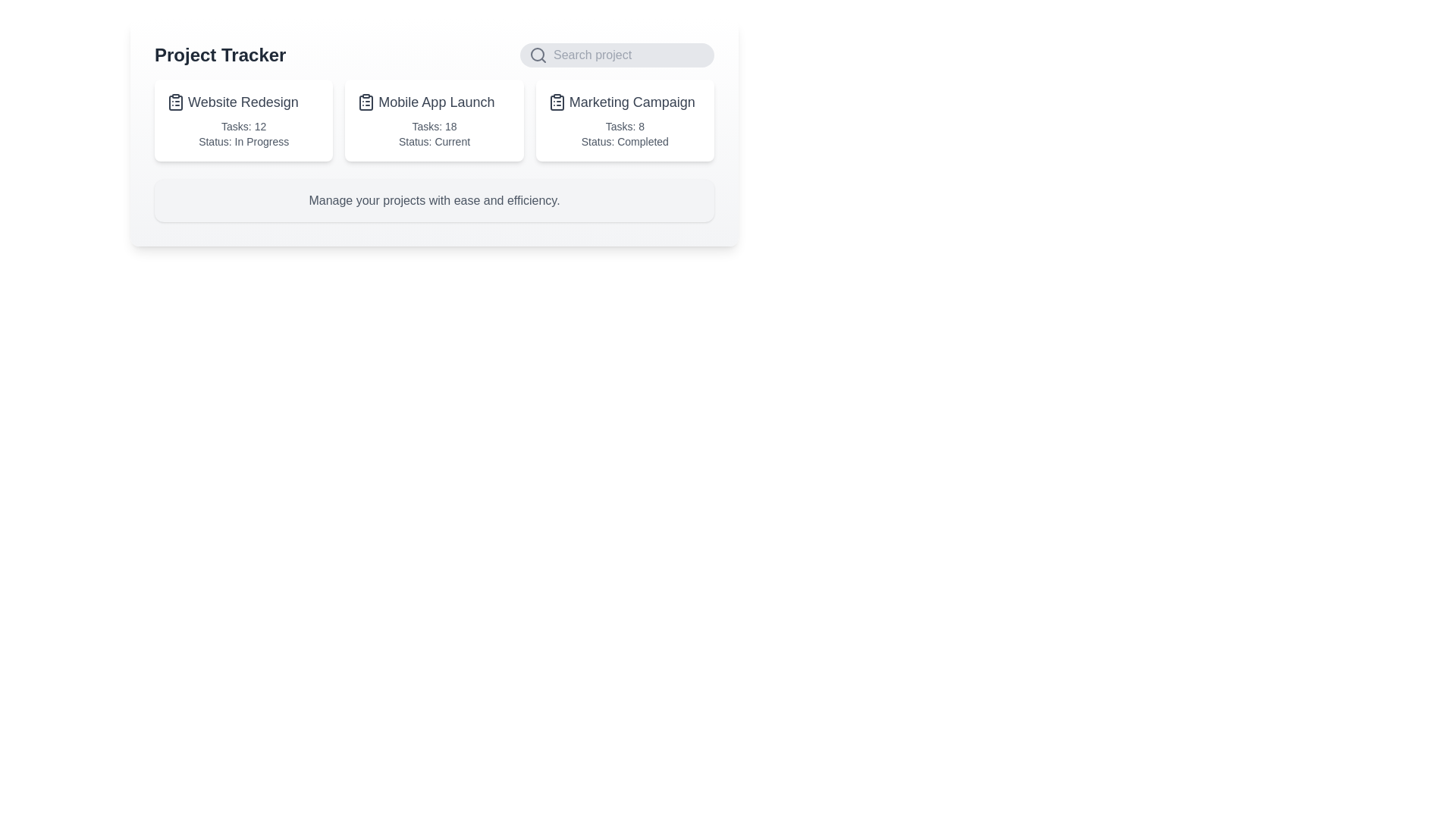 The height and width of the screenshot is (819, 1456). What do you see at coordinates (617, 55) in the screenshot?
I see `the Search bar located at the top right of the 'Project Tracker' section, which has a light gray background and a gray magnifying glass icon` at bounding box center [617, 55].